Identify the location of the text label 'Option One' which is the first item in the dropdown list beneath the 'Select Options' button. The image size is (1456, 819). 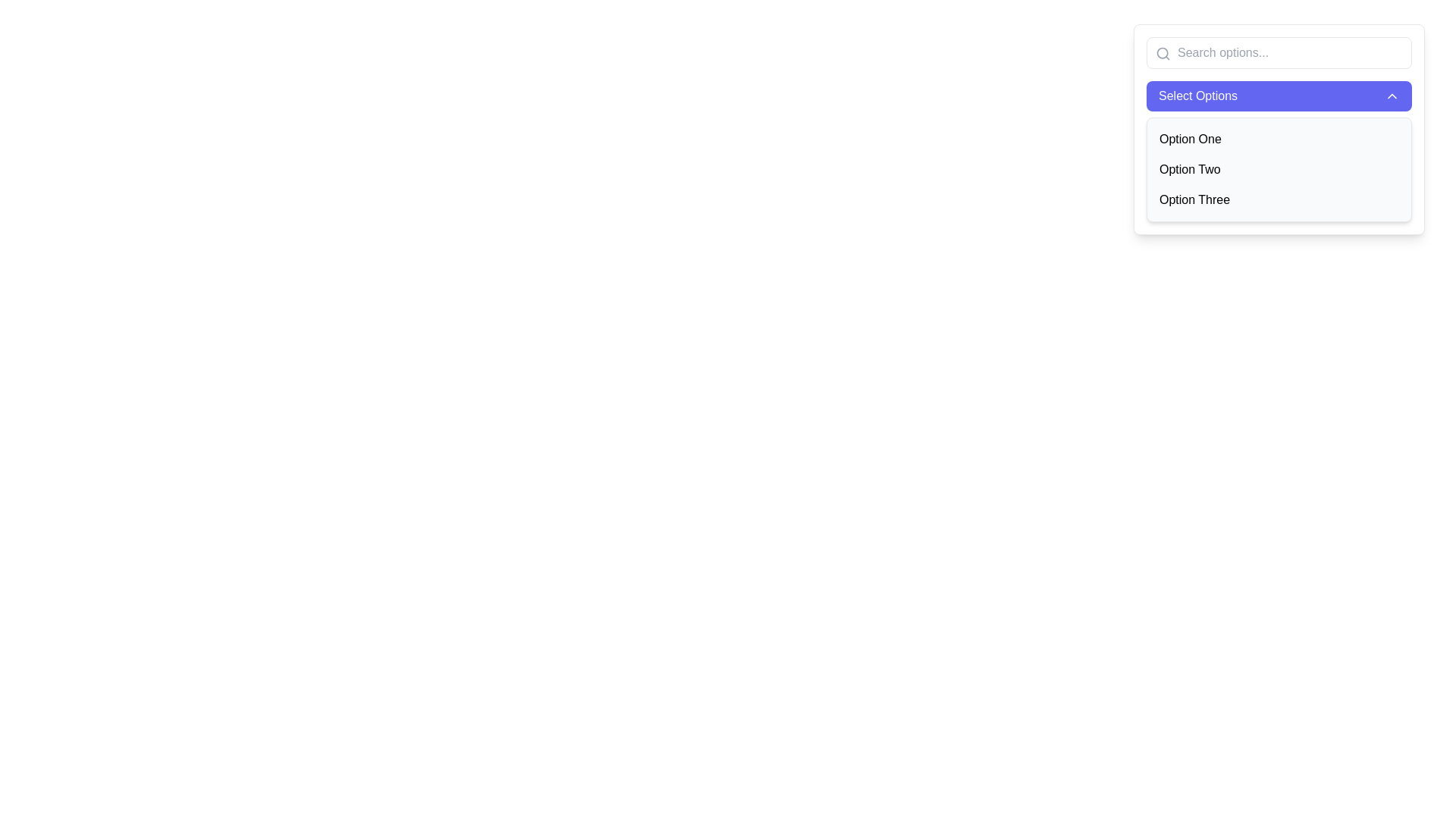
(1189, 140).